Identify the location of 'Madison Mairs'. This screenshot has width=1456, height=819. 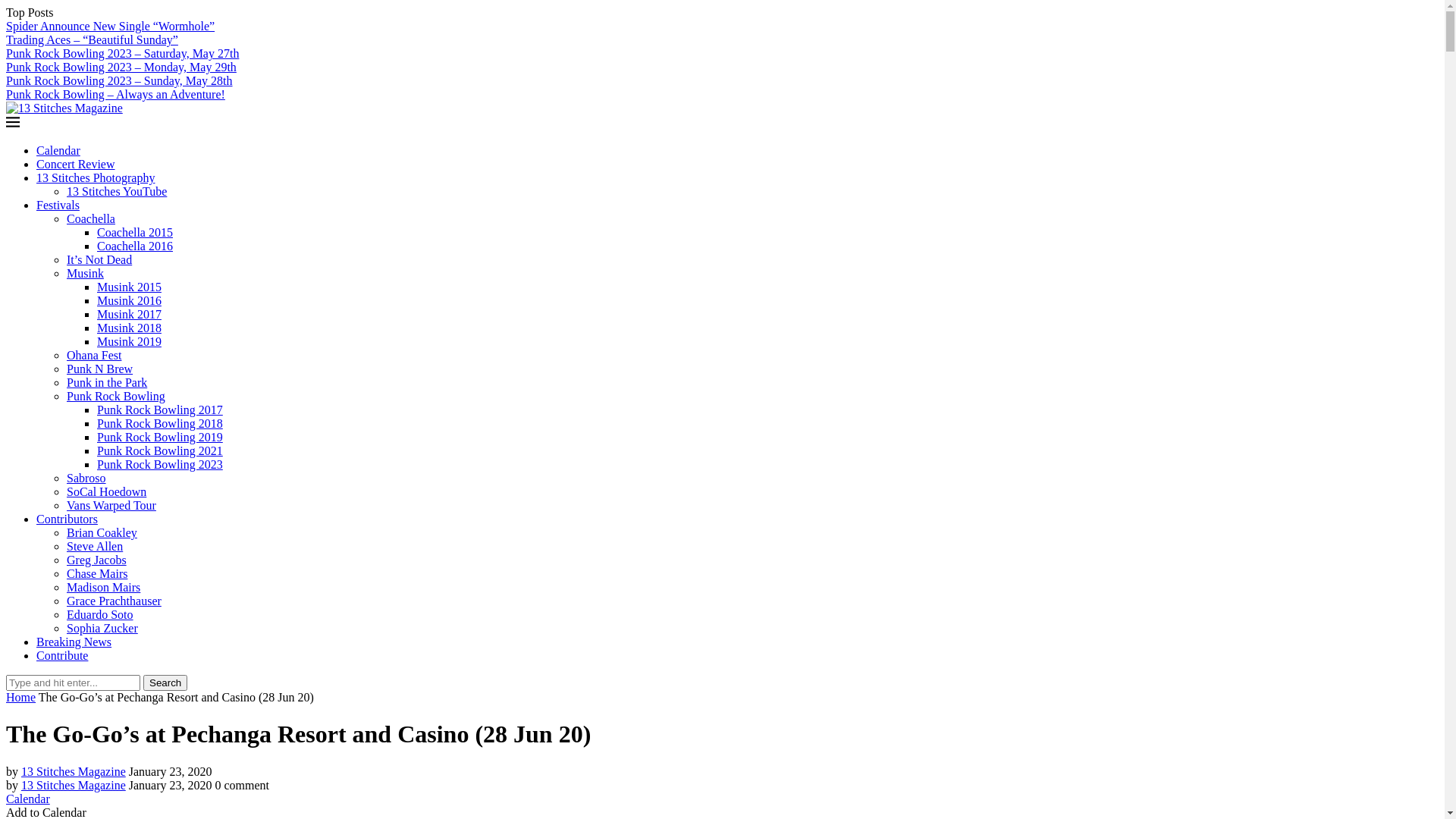
(102, 586).